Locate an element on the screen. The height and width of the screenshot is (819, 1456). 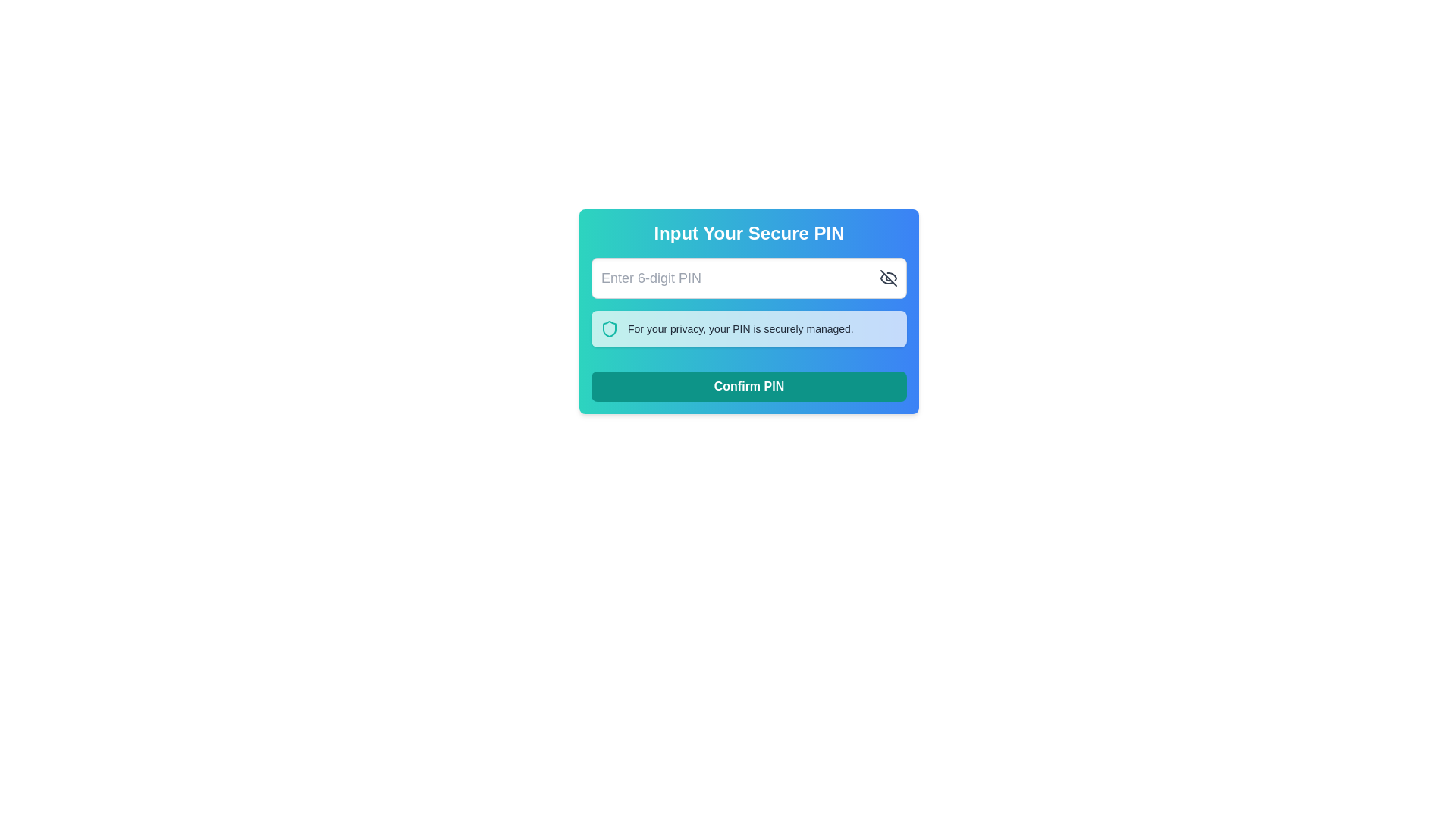
the informational banner that reassures users about the secure management of their PIN, positioned below the input field and above the 'Confirm PIN' button is located at coordinates (749, 328).